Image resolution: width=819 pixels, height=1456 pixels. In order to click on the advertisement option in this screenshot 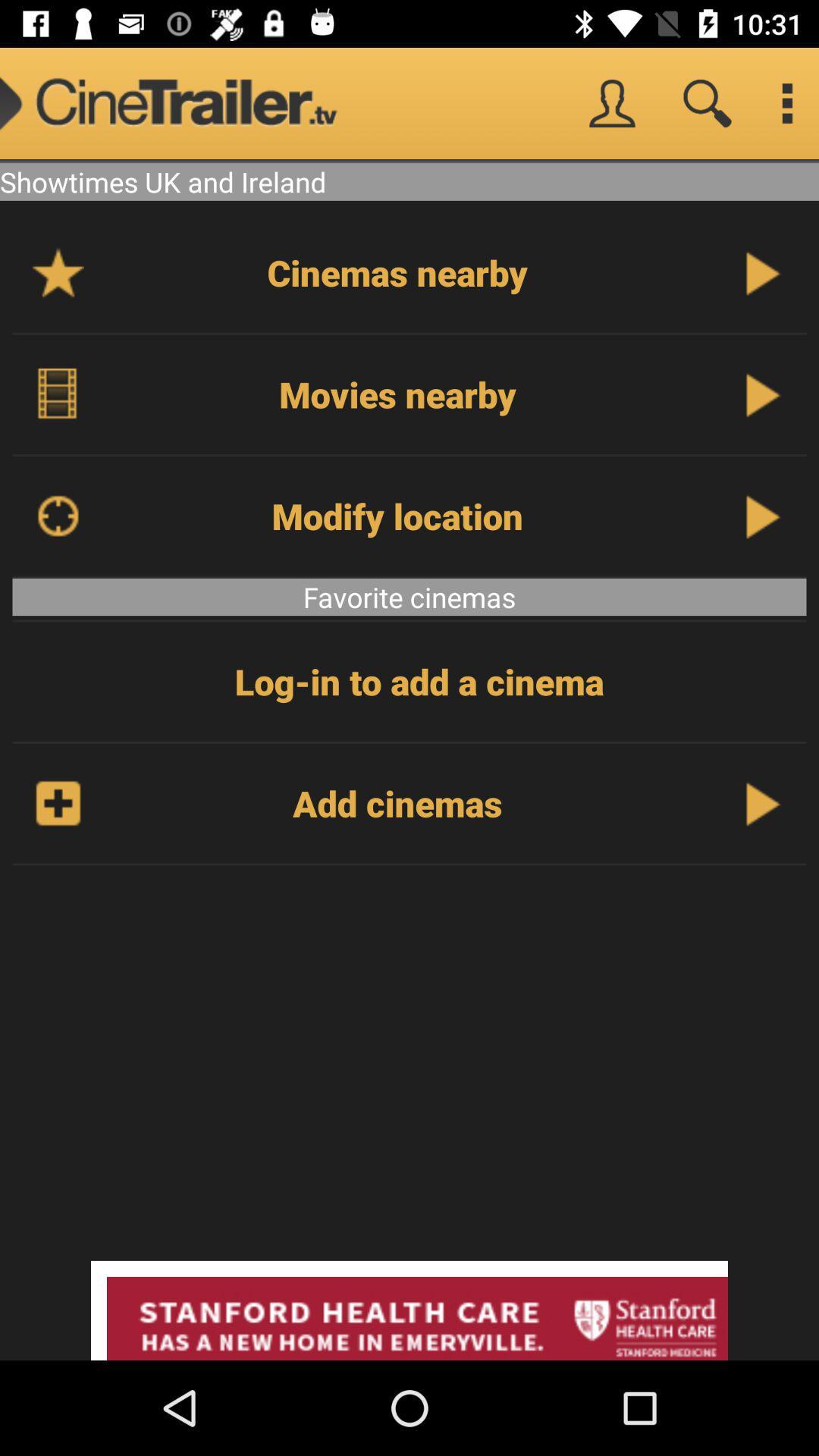, I will do `click(409, 1310)`.